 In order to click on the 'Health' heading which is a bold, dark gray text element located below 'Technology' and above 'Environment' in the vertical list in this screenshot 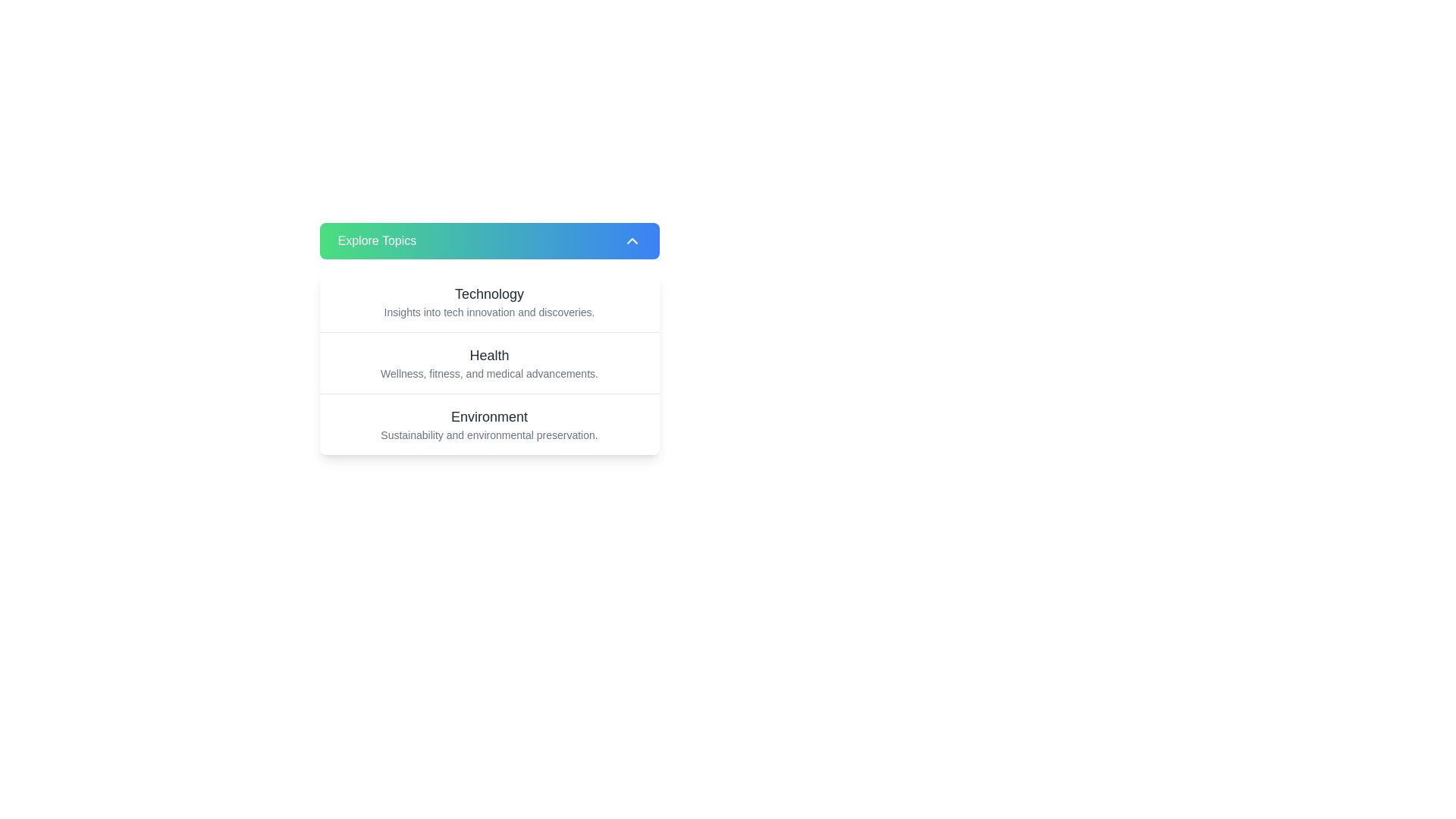, I will do `click(489, 356)`.